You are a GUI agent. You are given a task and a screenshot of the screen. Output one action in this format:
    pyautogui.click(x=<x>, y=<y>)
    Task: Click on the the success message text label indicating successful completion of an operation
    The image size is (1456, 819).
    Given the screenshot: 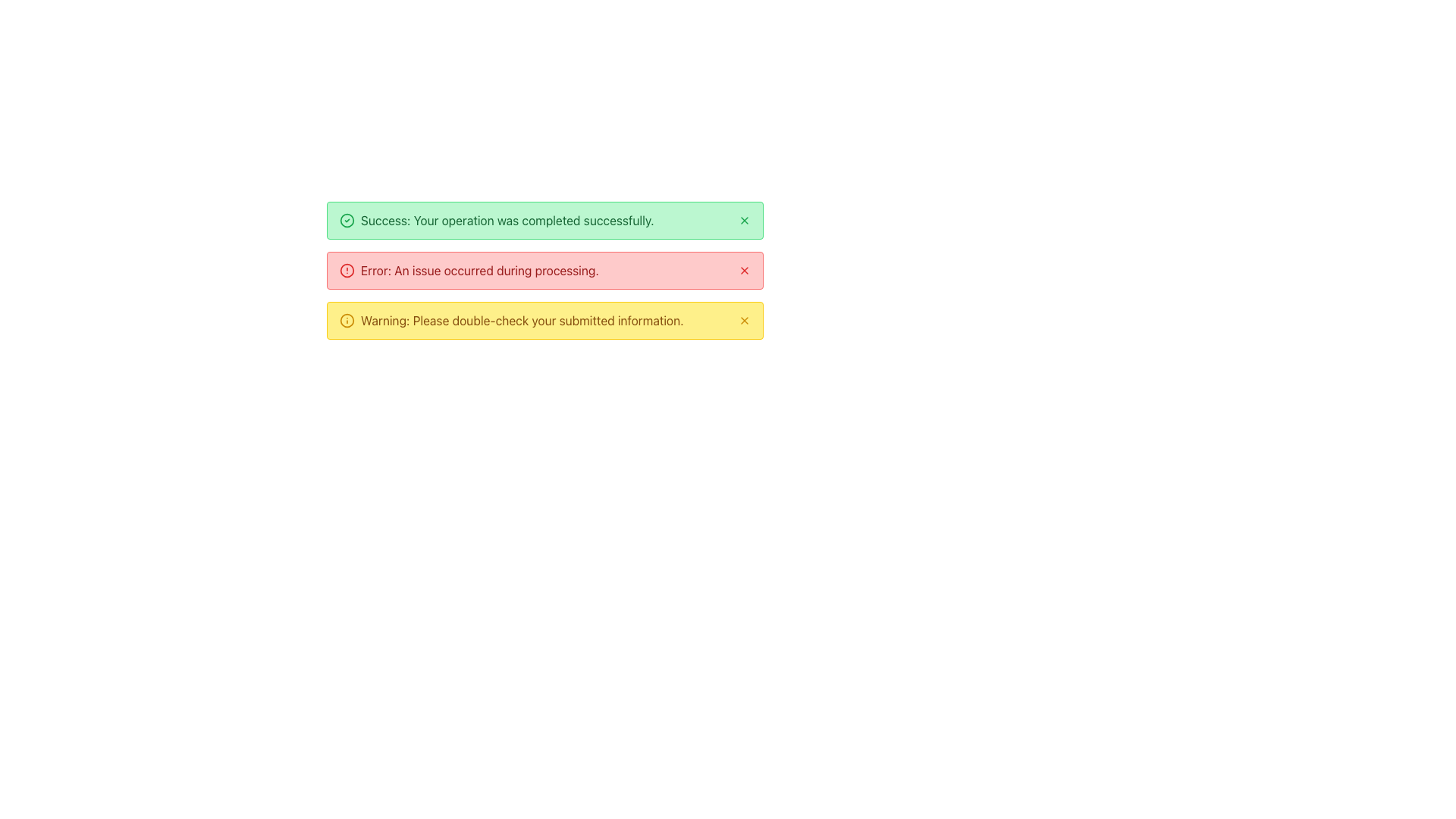 What is the action you would take?
    pyautogui.click(x=507, y=220)
    